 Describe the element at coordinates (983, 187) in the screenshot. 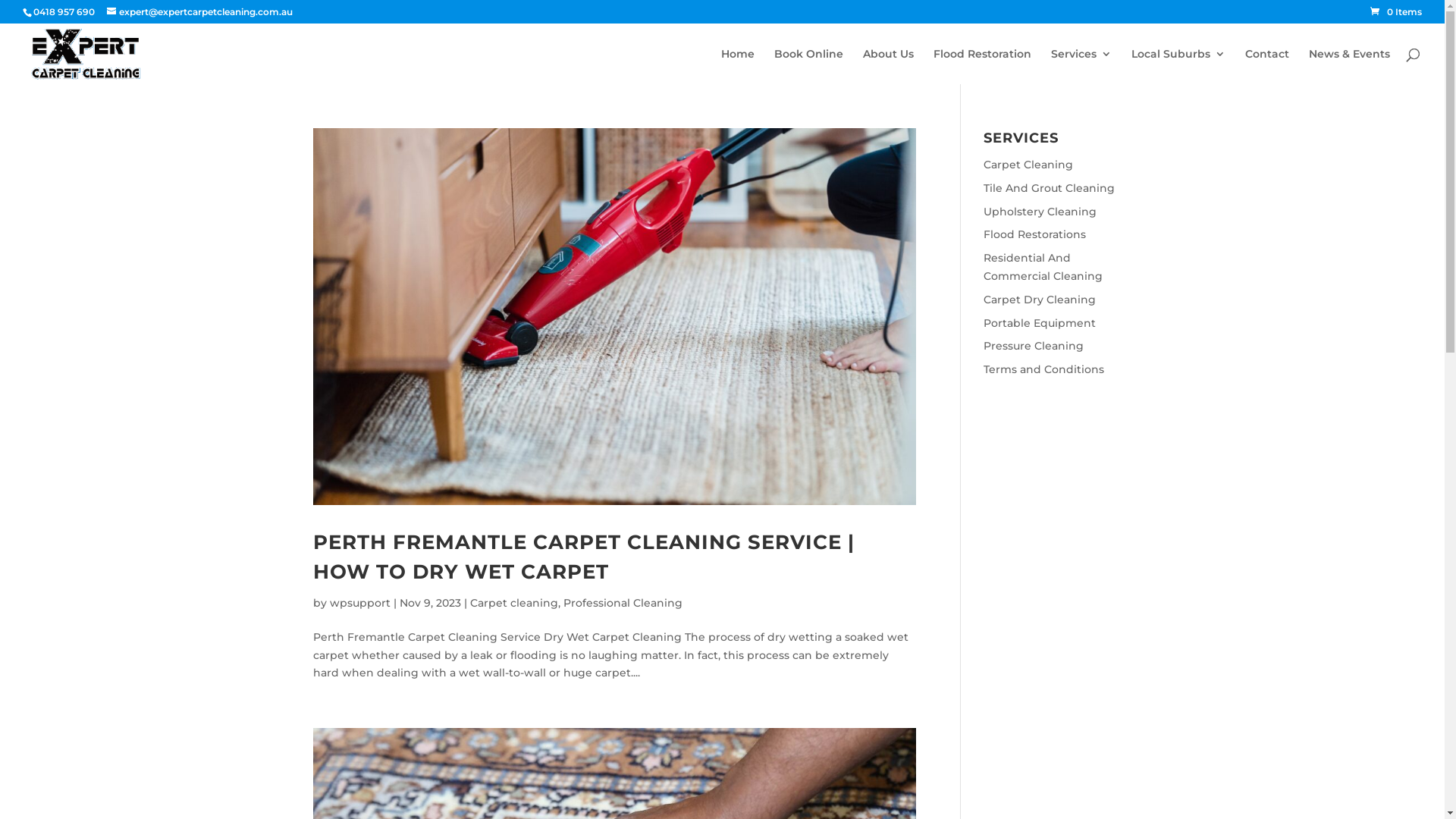

I see `'Tile And Grout Cleaning'` at that location.